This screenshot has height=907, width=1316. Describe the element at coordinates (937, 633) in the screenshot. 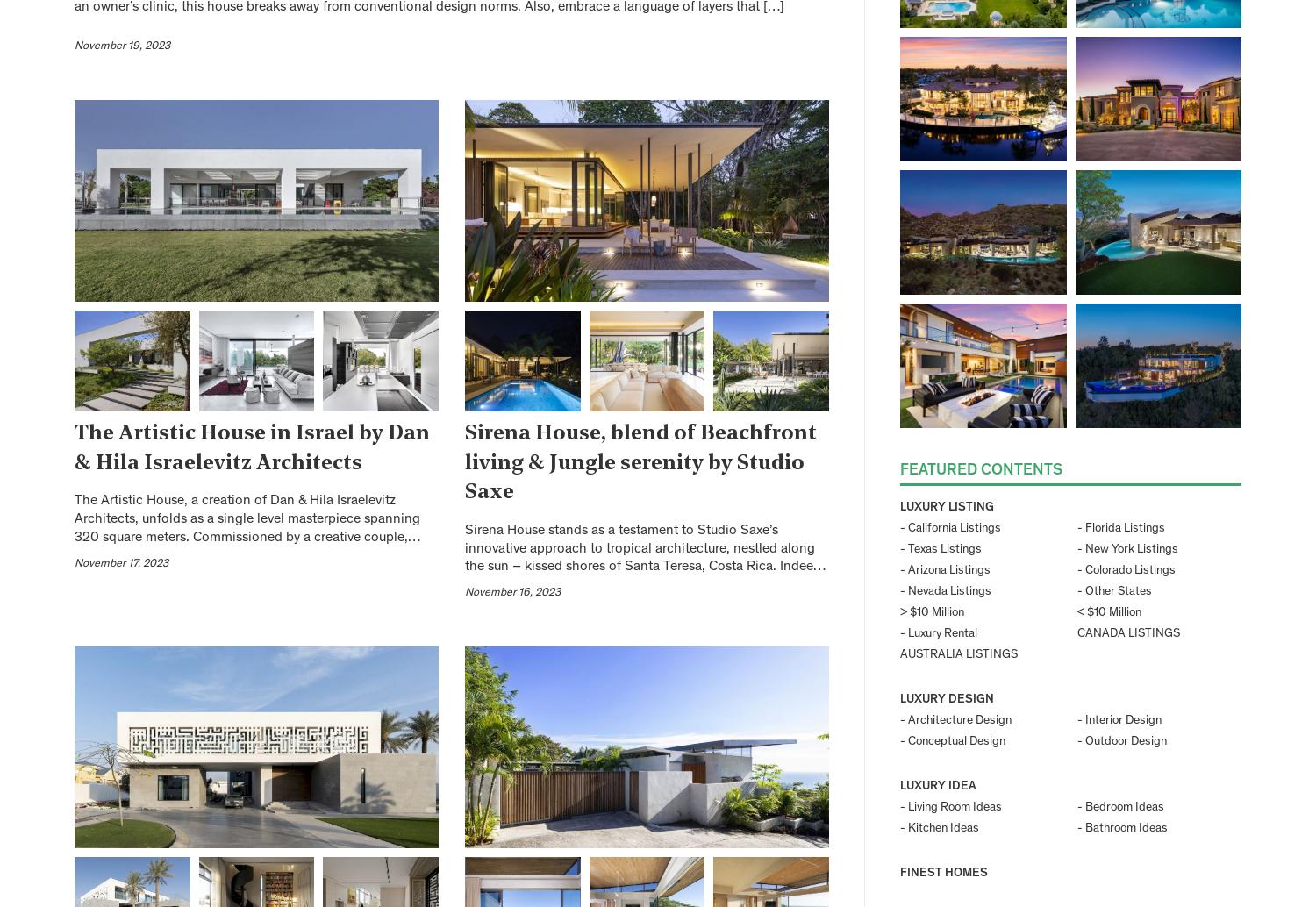

I see `'- Luxury Rental'` at that location.